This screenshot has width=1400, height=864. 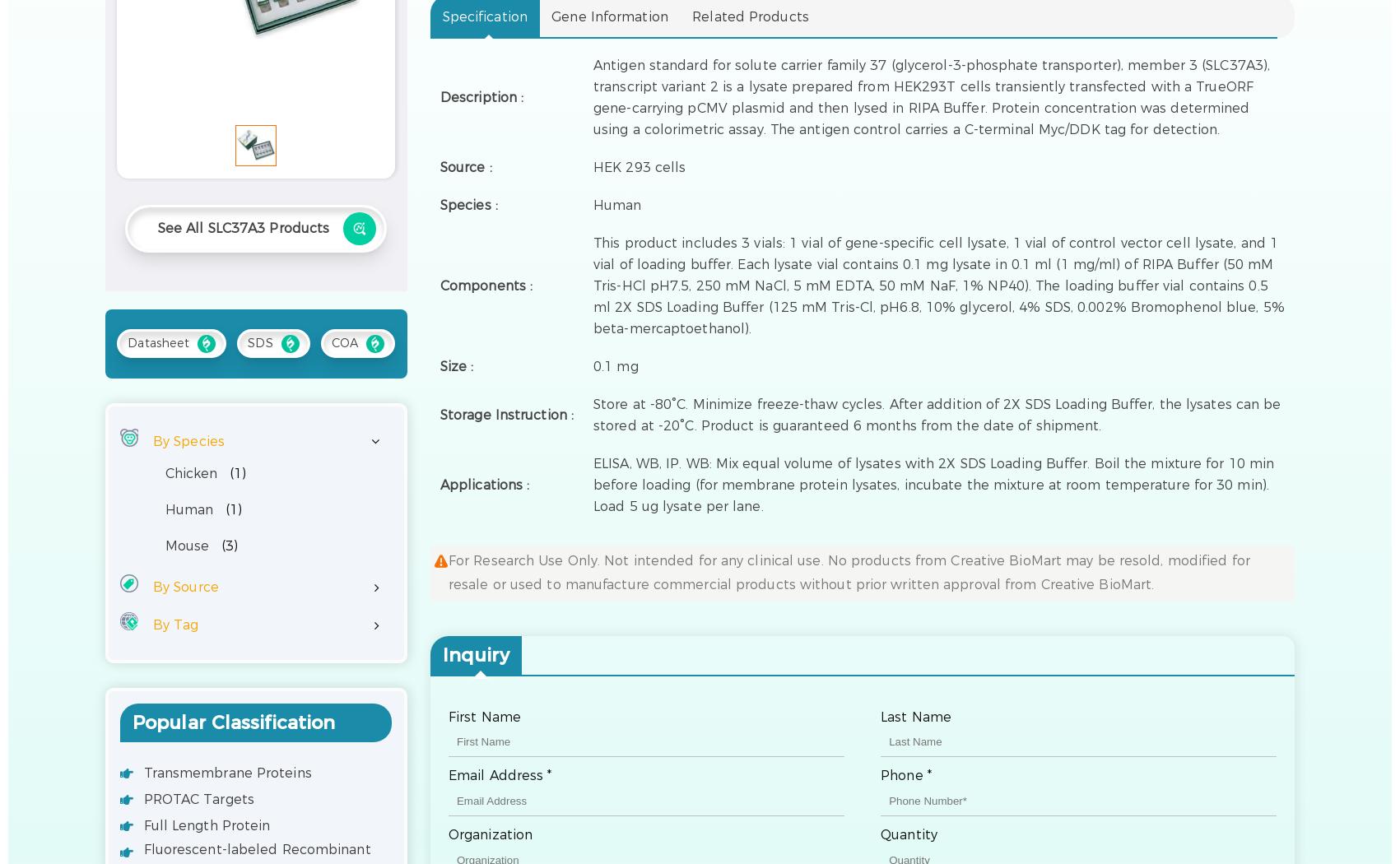 I want to click on 'Email Address *', so click(x=499, y=774).